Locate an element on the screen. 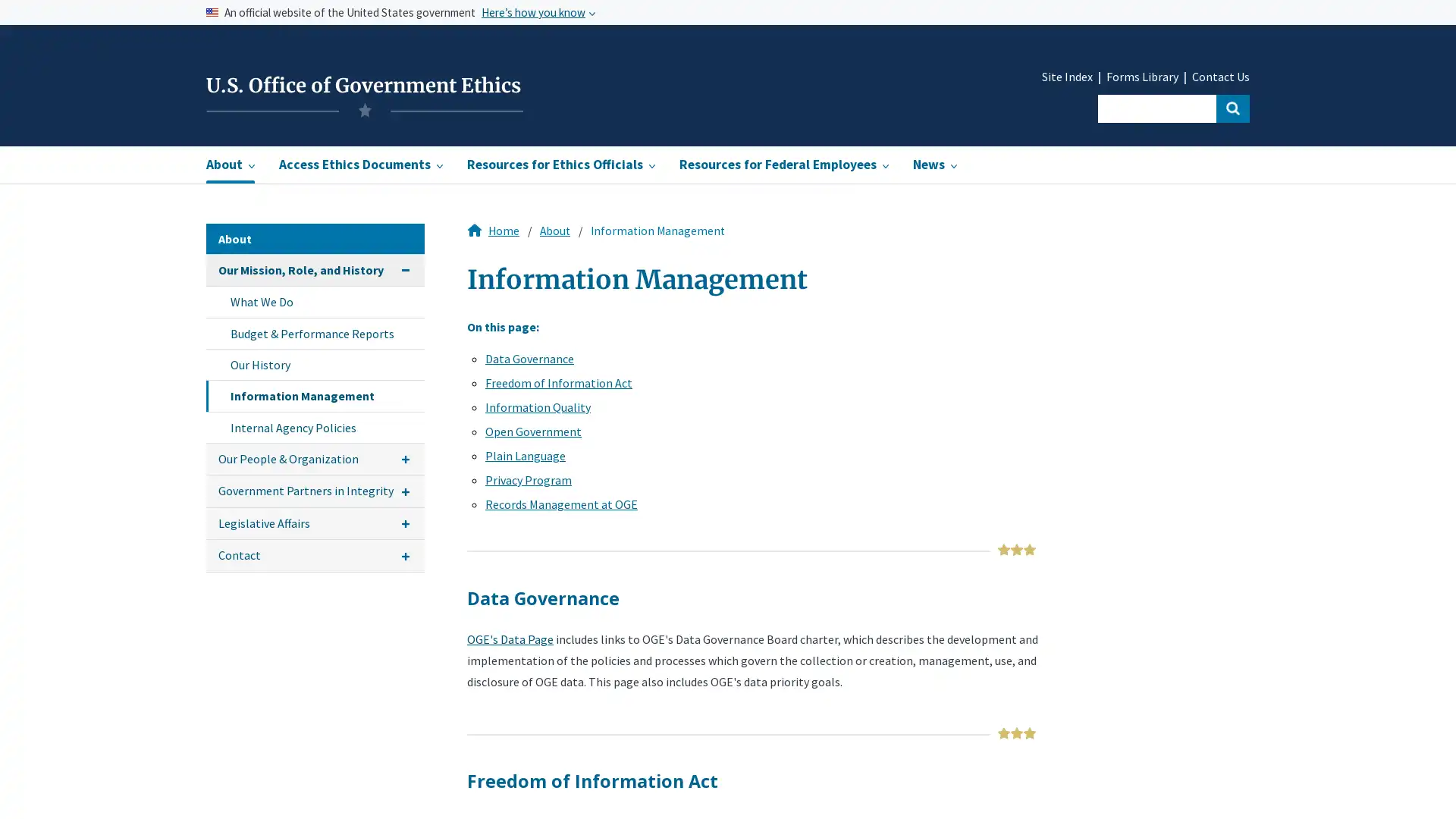  Heres how you know is located at coordinates (538, 12).